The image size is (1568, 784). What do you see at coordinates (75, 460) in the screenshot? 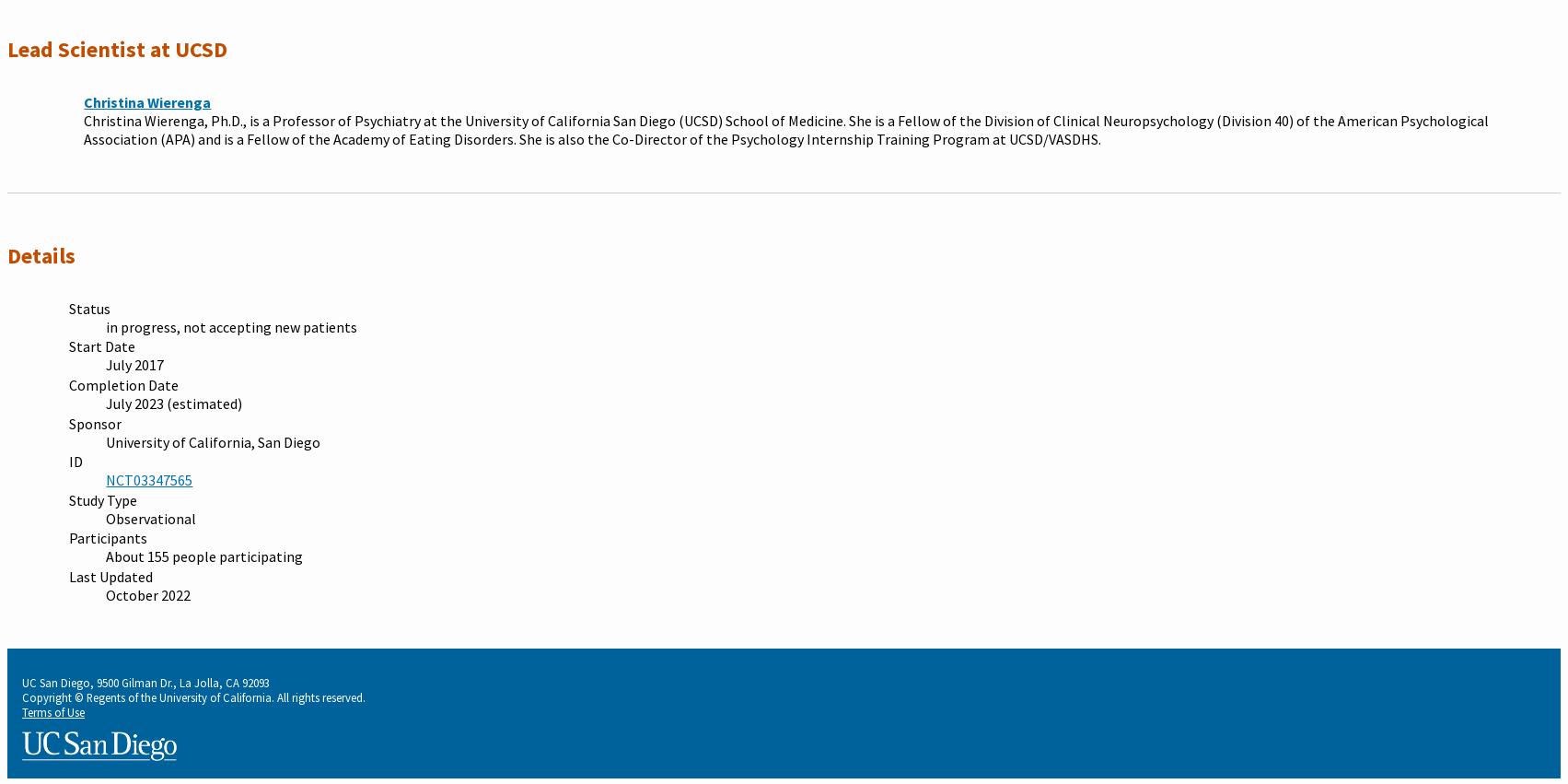
I see `'ID'` at bounding box center [75, 460].